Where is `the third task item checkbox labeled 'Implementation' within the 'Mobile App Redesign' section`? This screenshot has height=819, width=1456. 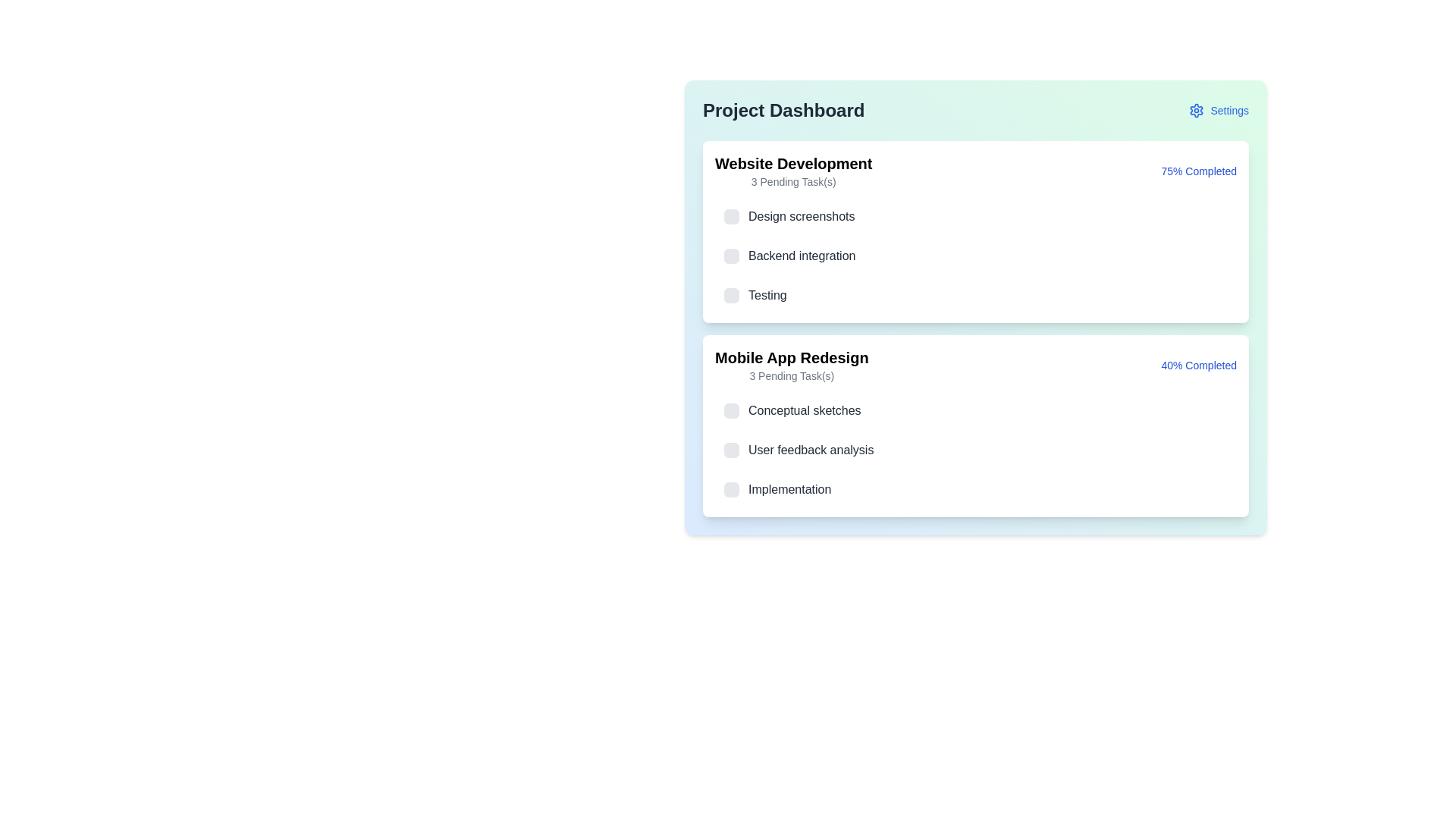
the third task item checkbox labeled 'Implementation' within the 'Mobile App Redesign' section is located at coordinates (975, 489).